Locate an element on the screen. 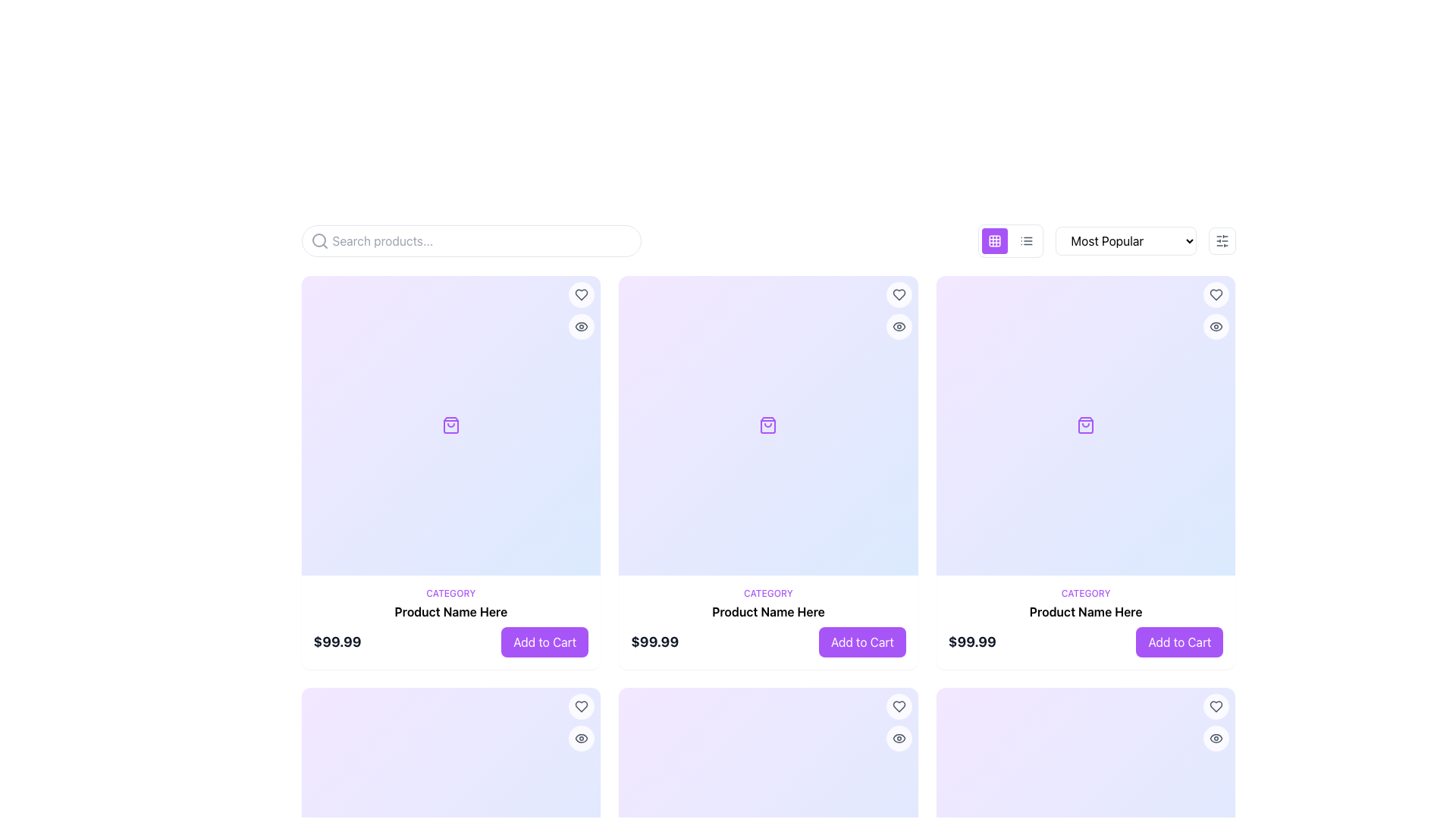 The height and width of the screenshot is (819, 1456). the heart-shaped 'like' button located is located at coordinates (1216, 295).